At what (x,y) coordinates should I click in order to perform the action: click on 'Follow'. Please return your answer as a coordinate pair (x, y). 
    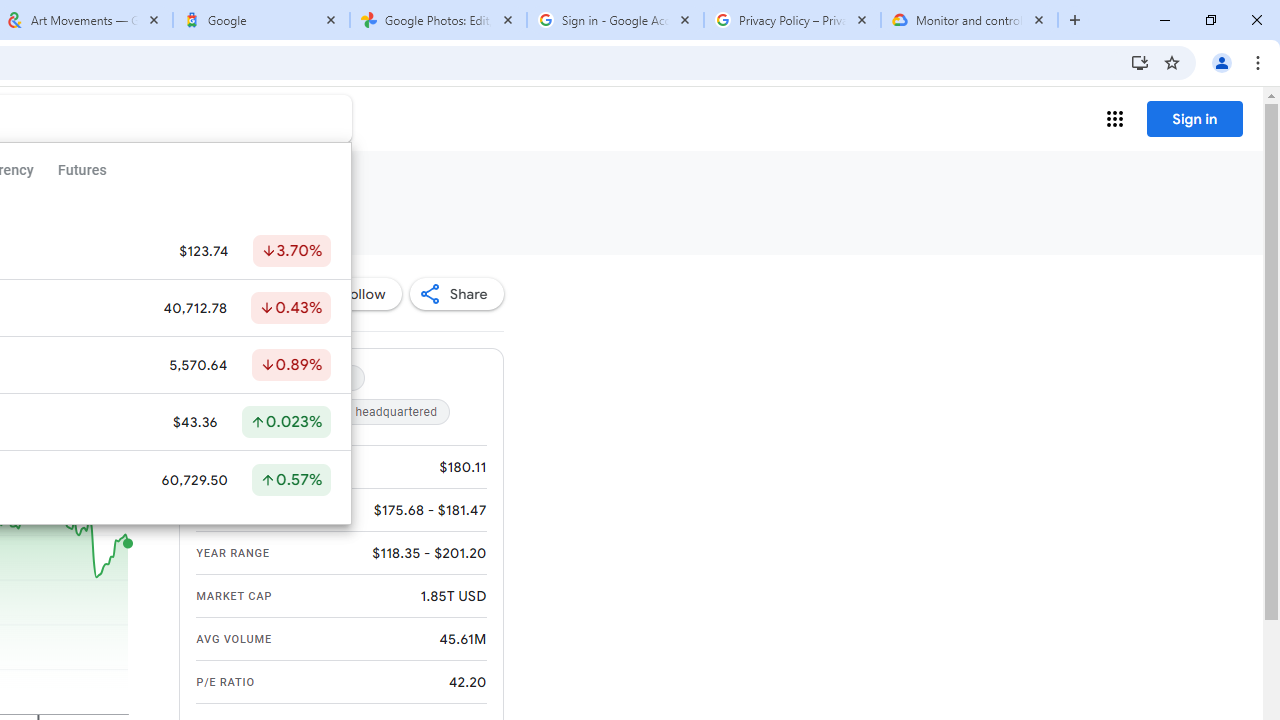
    Looking at the image, I should click on (353, 294).